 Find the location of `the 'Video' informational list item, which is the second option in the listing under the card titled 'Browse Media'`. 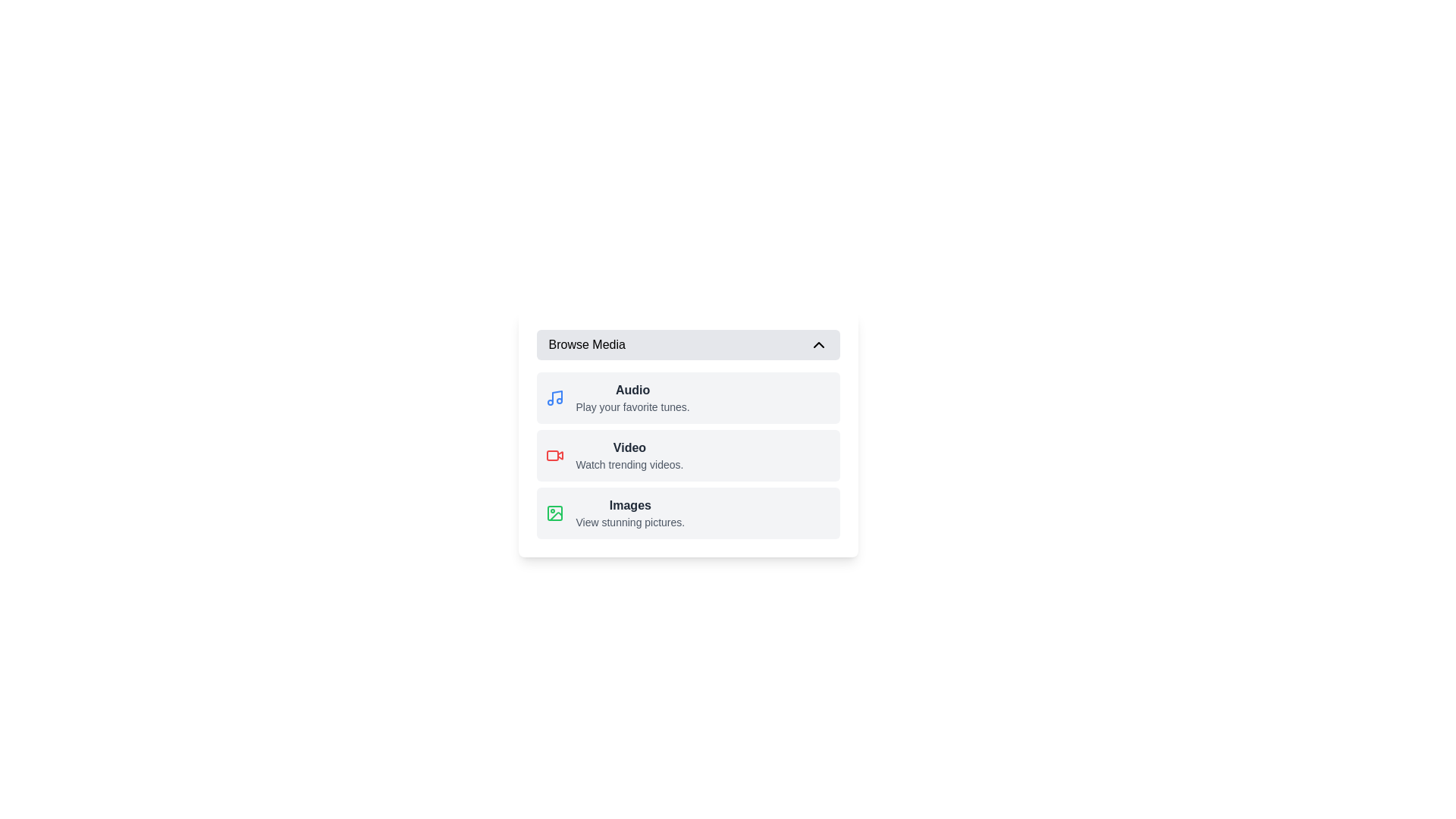

the 'Video' informational list item, which is the second option in the listing under the card titled 'Browse Media' is located at coordinates (629, 455).